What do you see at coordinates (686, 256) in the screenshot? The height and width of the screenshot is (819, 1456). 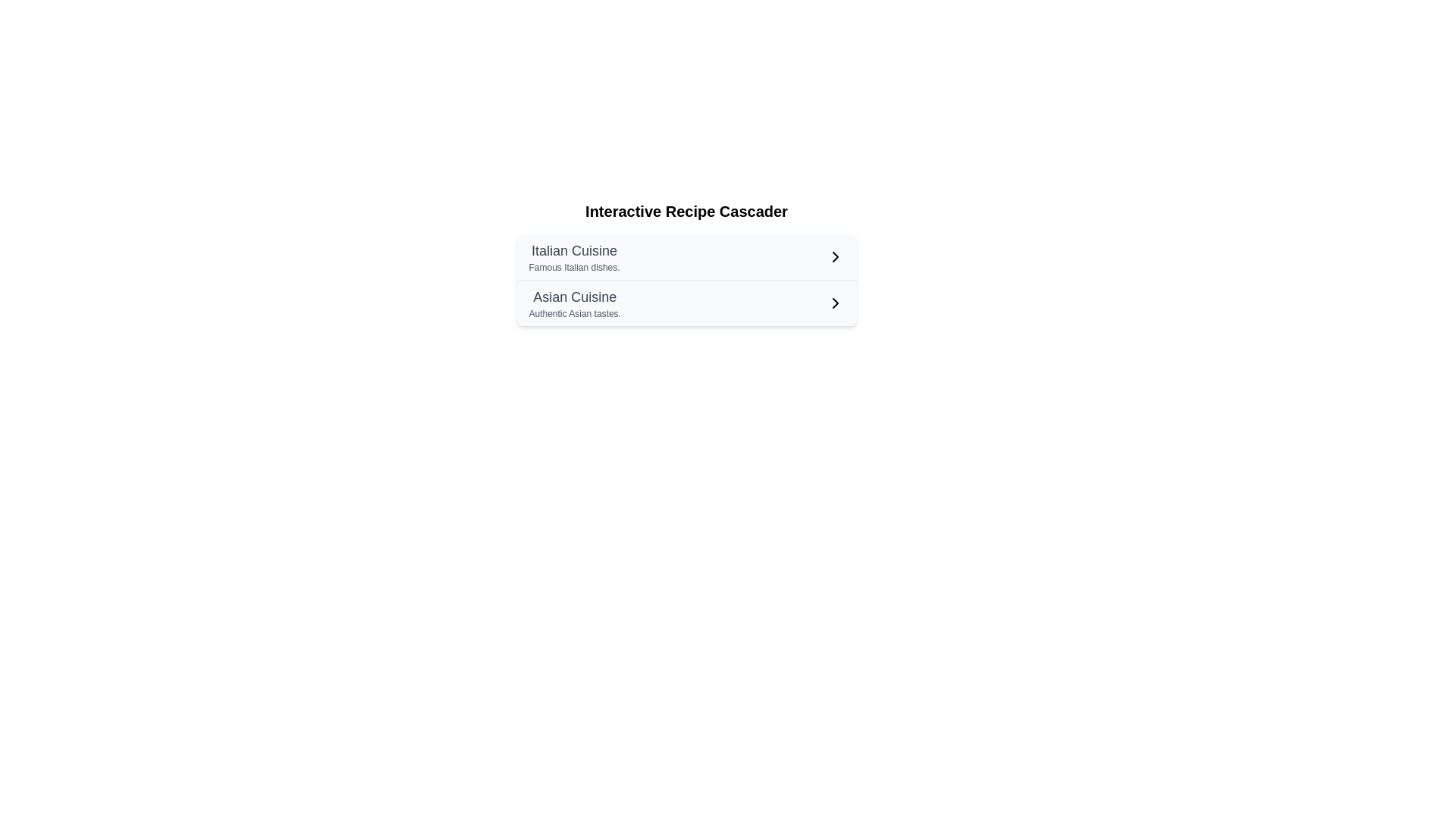 I see `the first list item for Italian cuisine` at bounding box center [686, 256].